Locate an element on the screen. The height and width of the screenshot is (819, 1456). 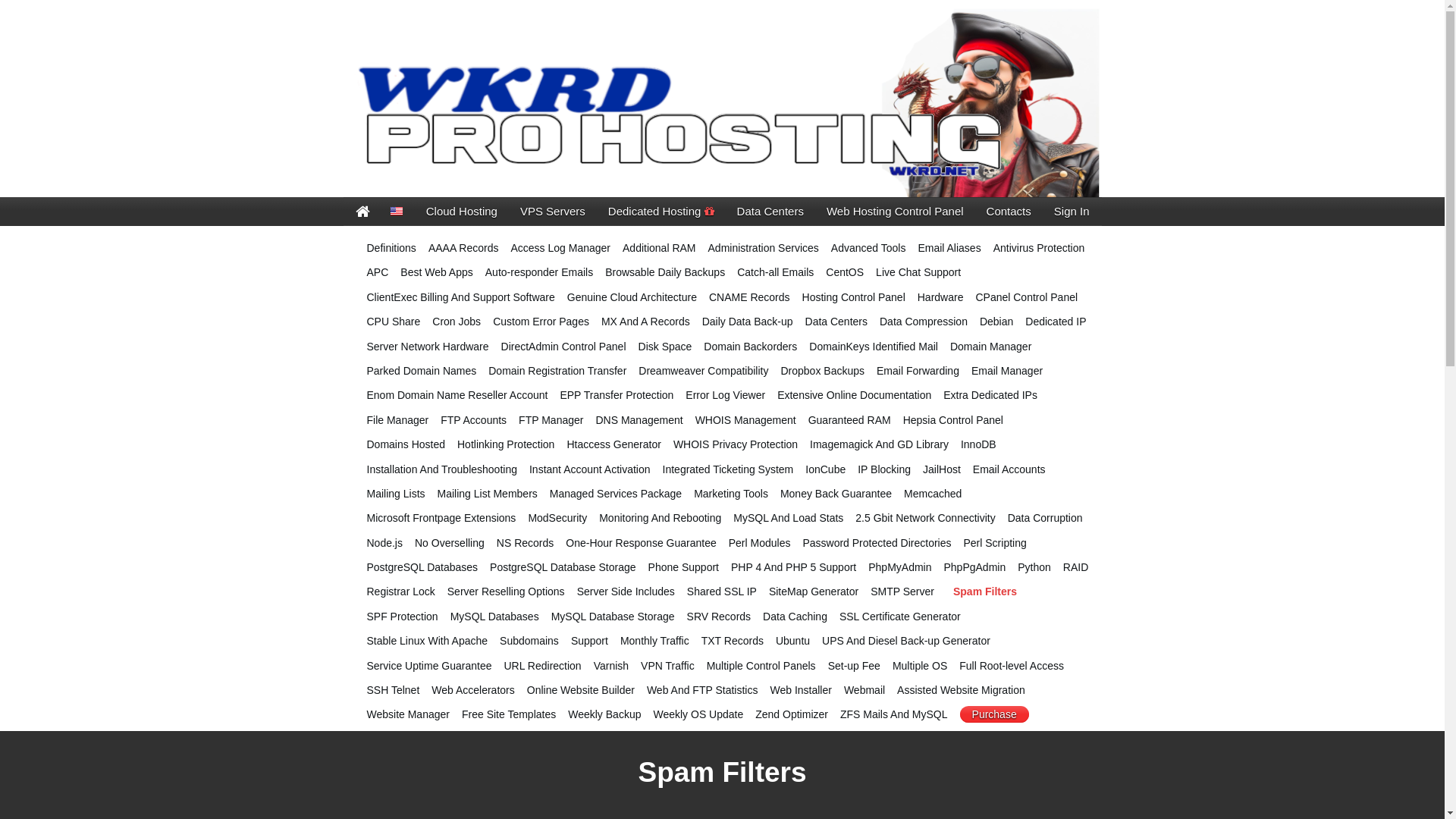
'Shared SSL IP' is located at coordinates (686, 590).